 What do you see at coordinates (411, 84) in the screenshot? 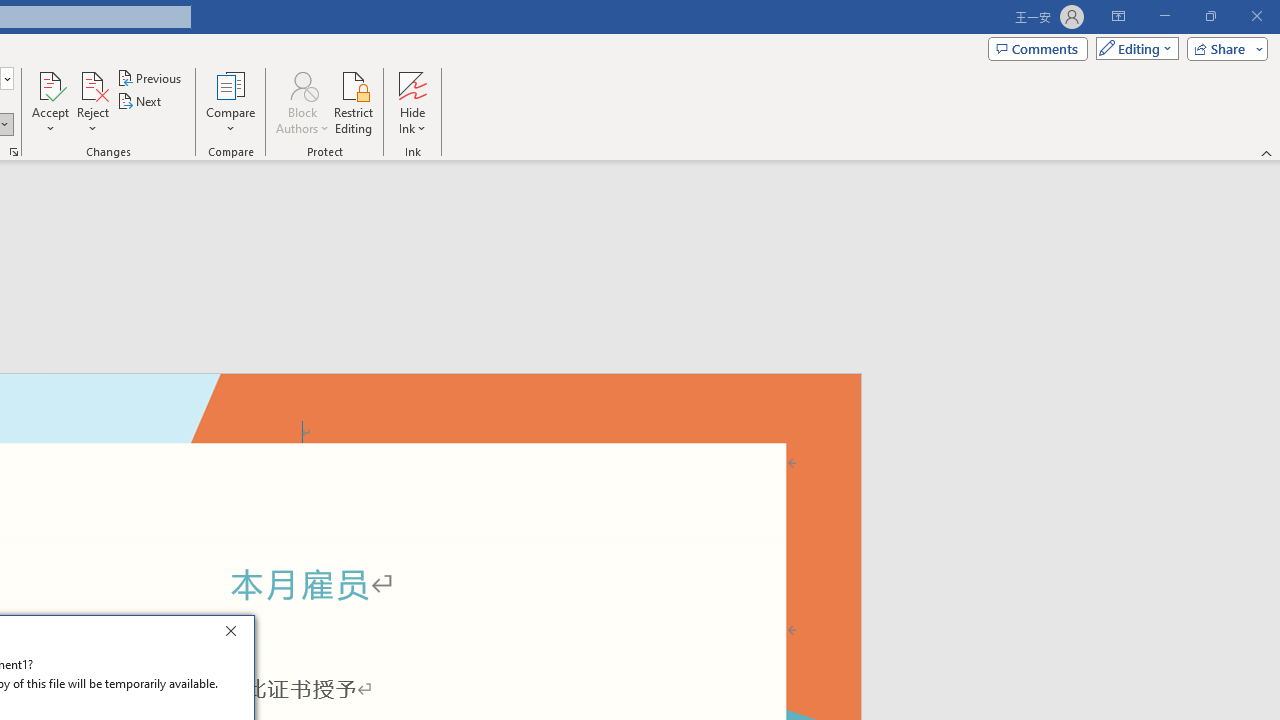
I see `'Hide Ink'` at bounding box center [411, 84].